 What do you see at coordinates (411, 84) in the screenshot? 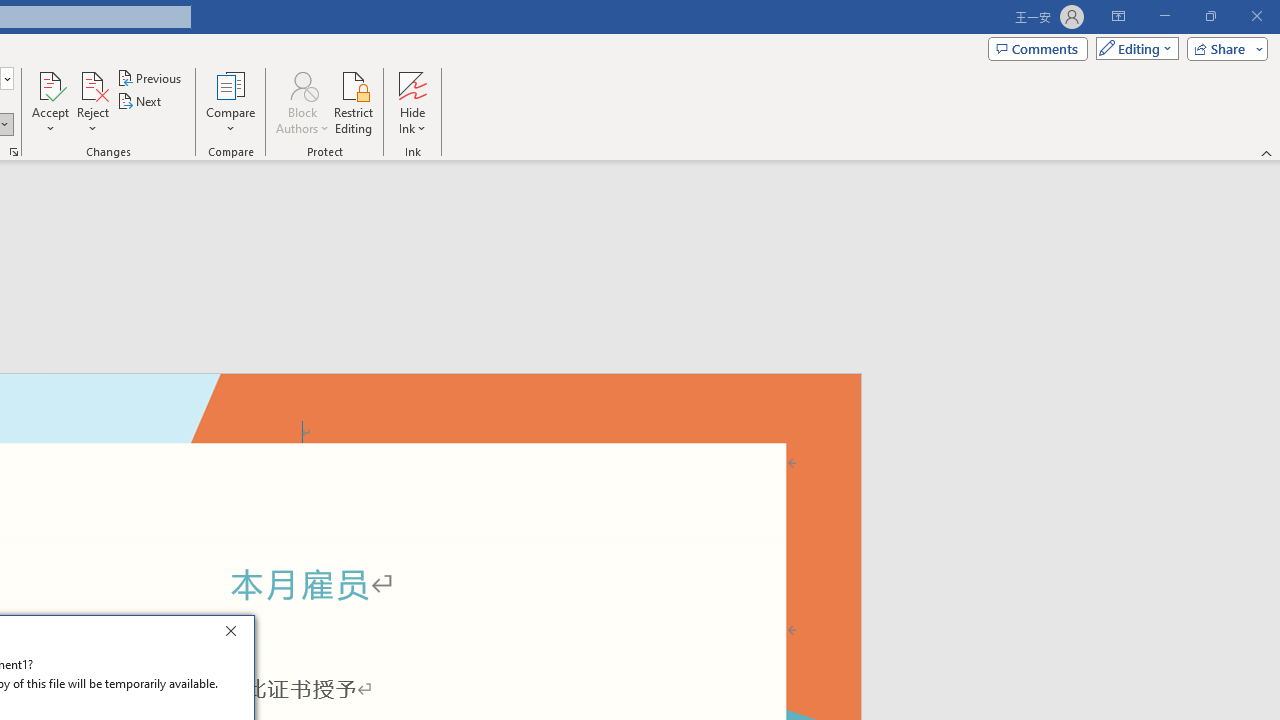
I see `'Hide Ink'` at bounding box center [411, 84].